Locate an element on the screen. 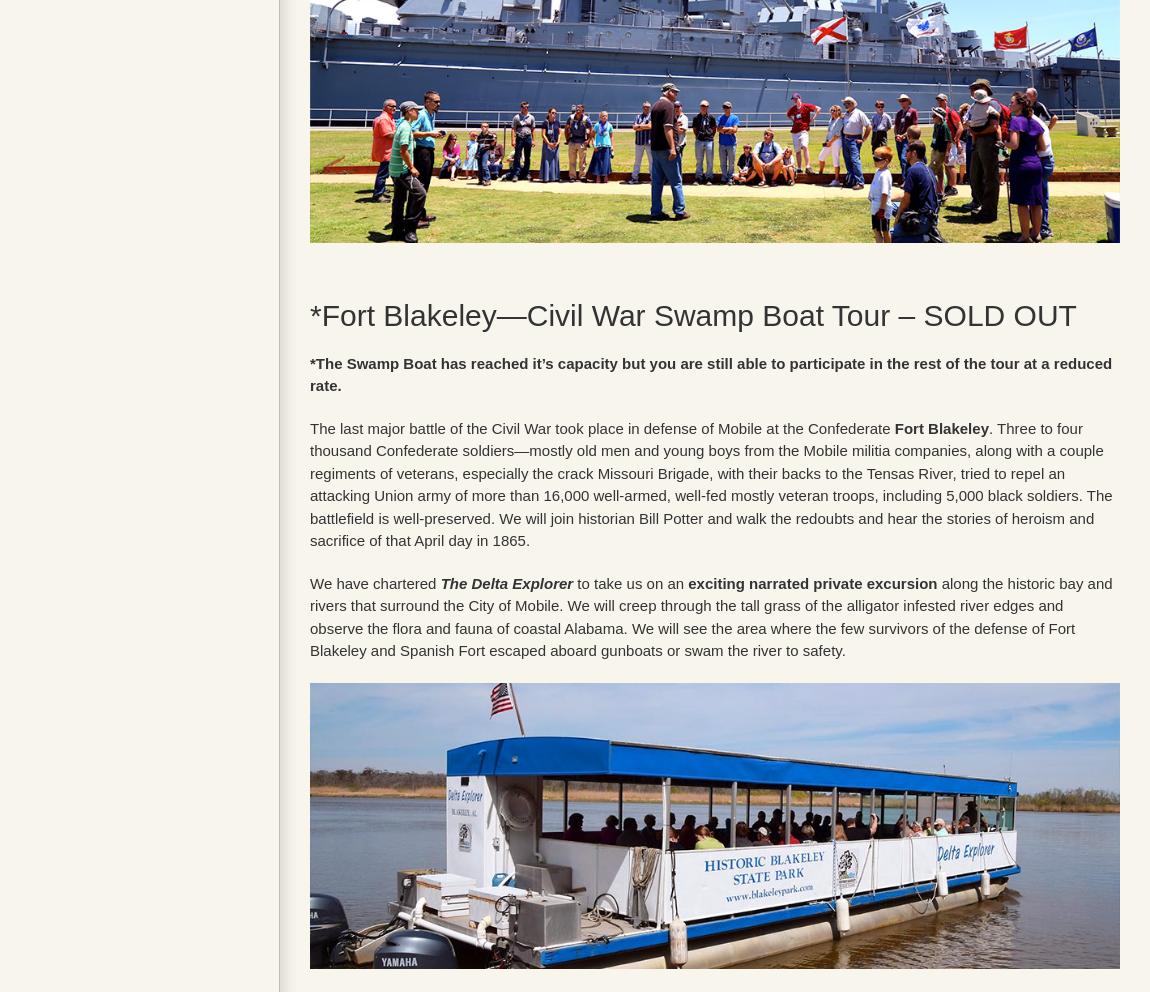 The height and width of the screenshot is (992, 1150). '. Three to four thousand Confederate soldiers—mostly old men and young boys from the Mobile militia companies, along with a couple regiments of veterans, especially the crack Missouri Brigade, with their backs to the Tensas River, tried to repel an attacking Union army of more than 16,000 well-armed, well-fed mostly veteran troops, including 5,000 black soldiers. The battlefield is well-preserved. We will join historian Bill Potter and walk the redoubts and hear the stories of heroism and sacrifice of that April day in 1865.' is located at coordinates (310, 483).